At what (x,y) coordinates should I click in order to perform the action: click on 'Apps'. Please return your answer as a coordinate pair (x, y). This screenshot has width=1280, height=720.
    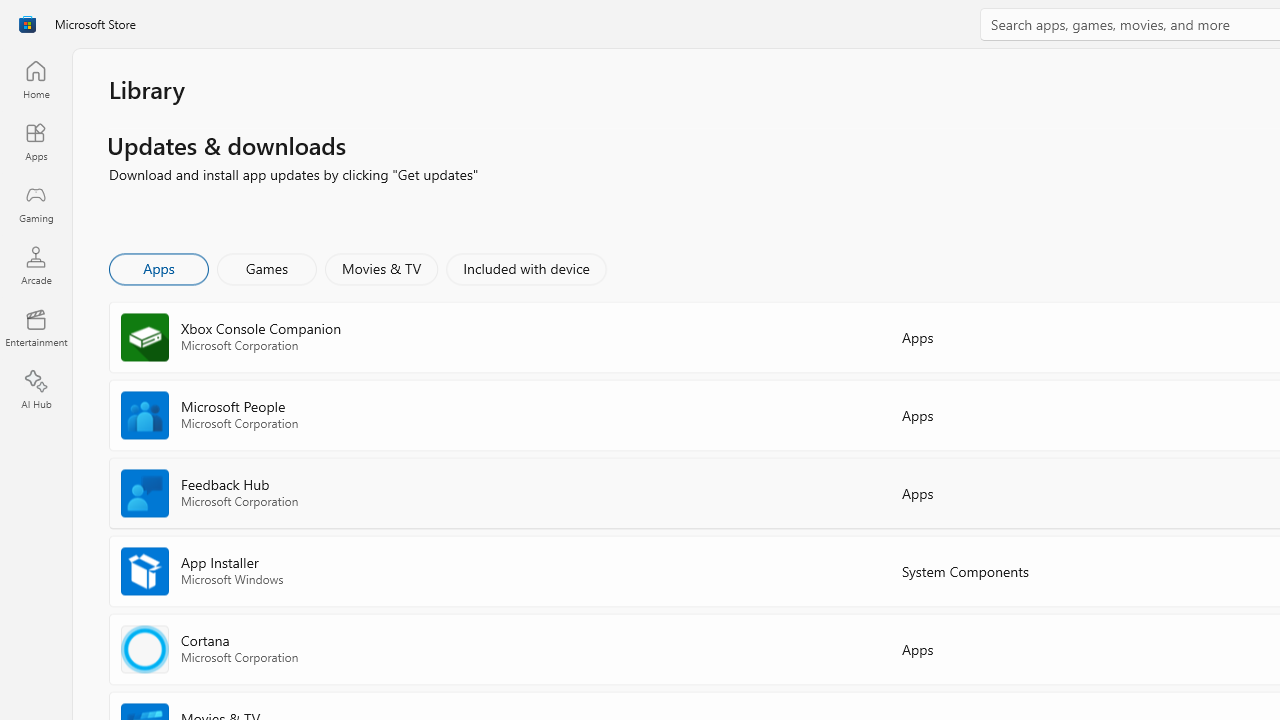
    Looking at the image, I should click on (157, 267).